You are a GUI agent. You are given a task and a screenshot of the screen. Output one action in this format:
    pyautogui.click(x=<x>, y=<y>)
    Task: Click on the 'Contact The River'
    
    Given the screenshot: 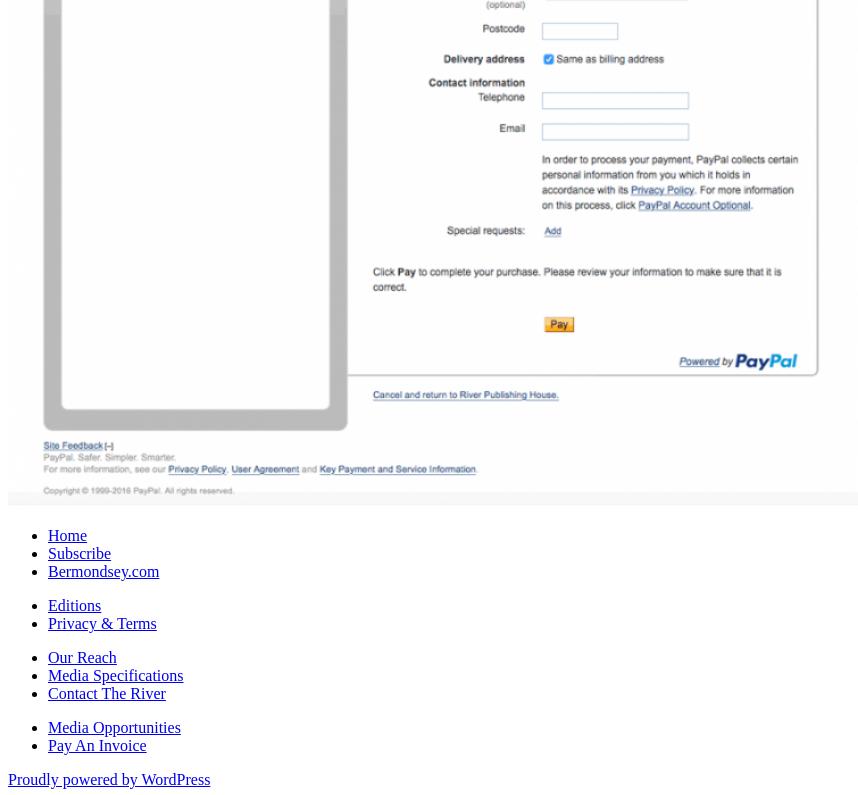 What is the action you would take?
    pyautogui.click(x=106, y=692)
    